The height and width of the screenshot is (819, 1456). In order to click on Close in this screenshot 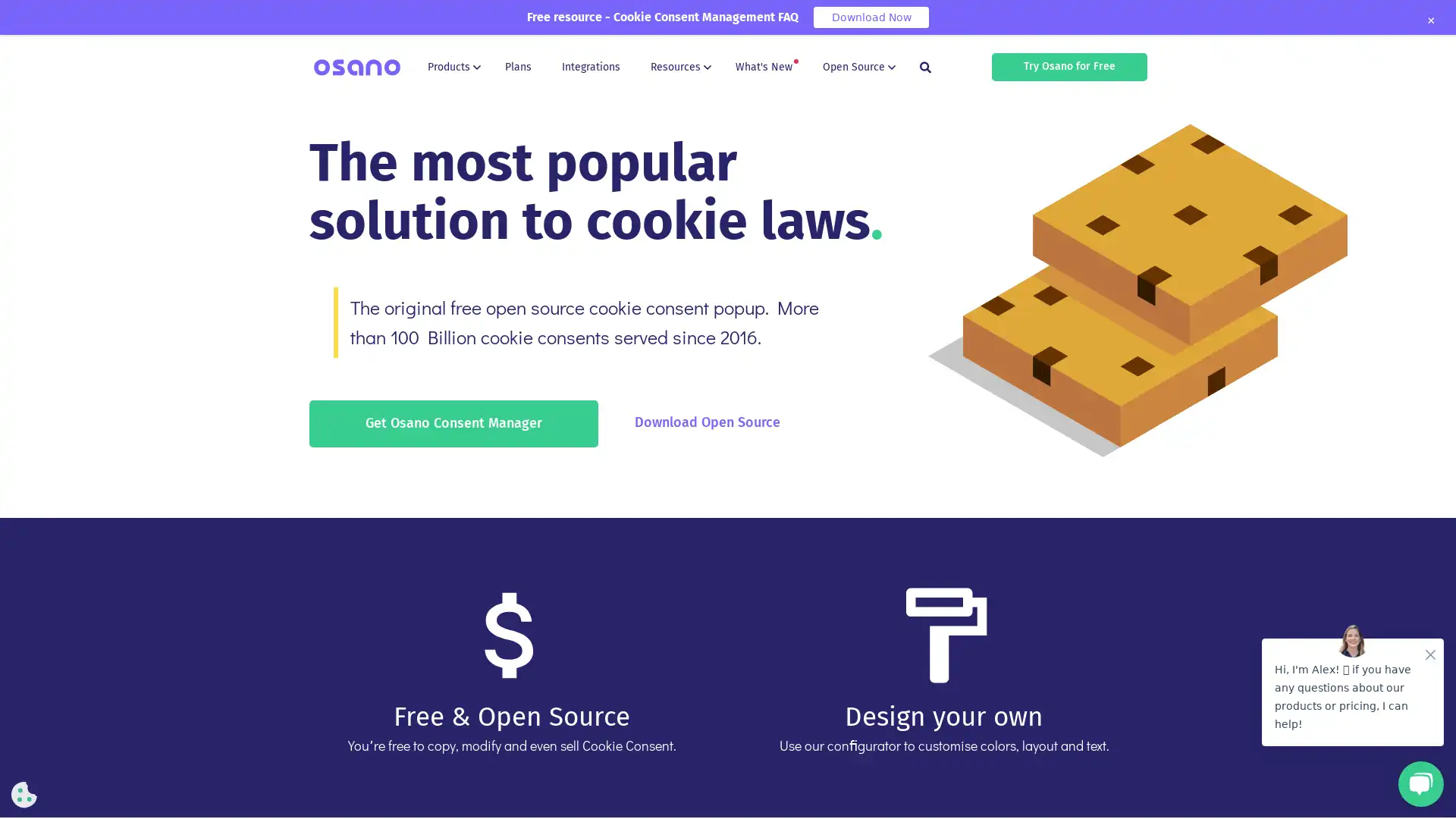, I will do `click(1429, 20)`.